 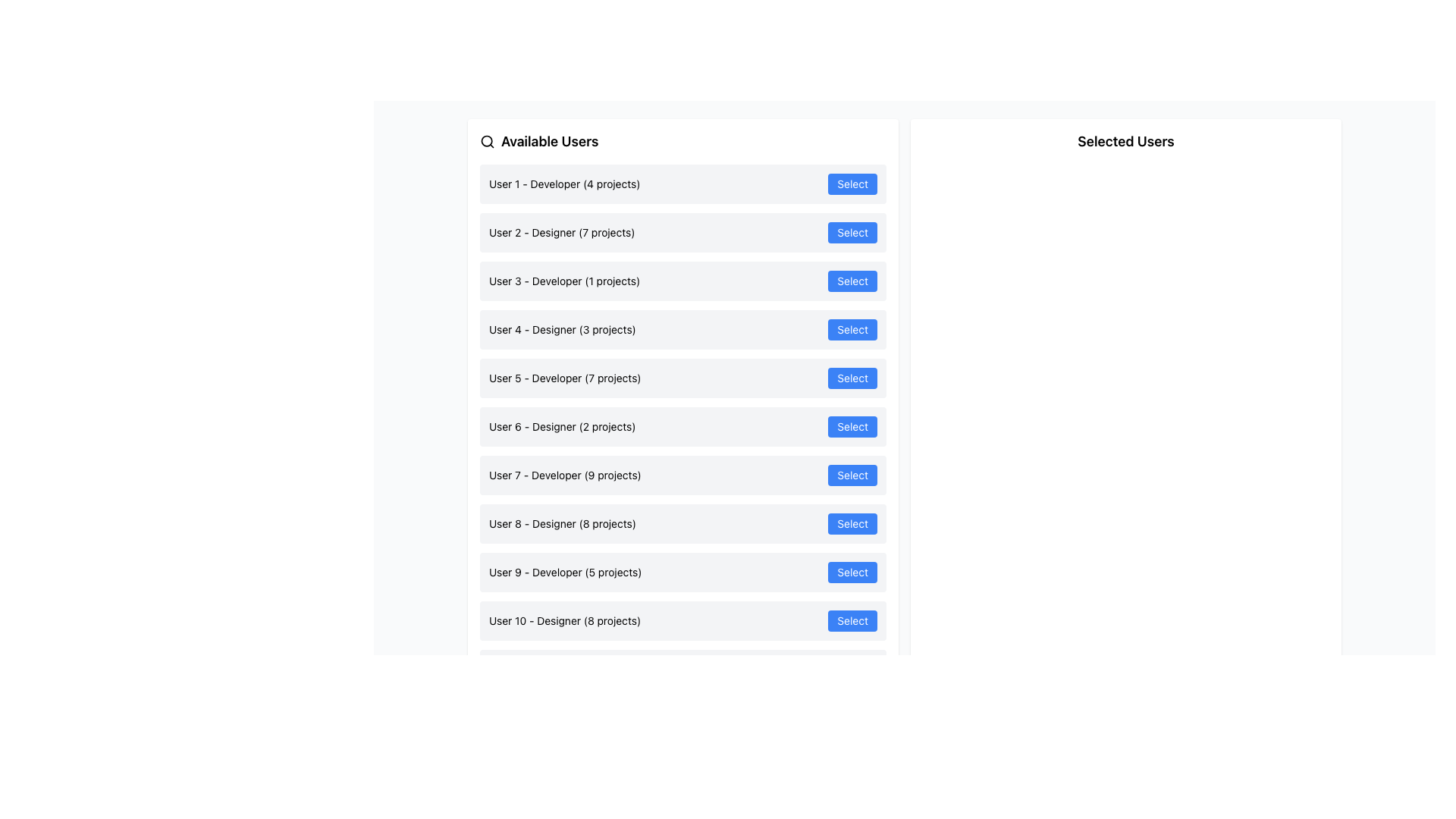 What do you see at coordinates (852, 329) in the screenshot?
I see `the 'Select' button with a blue background and white text, located on the right side of 'User 4 - Designer (3 projects)' in the 'Available Users' section` at bounding box center [852, 329].